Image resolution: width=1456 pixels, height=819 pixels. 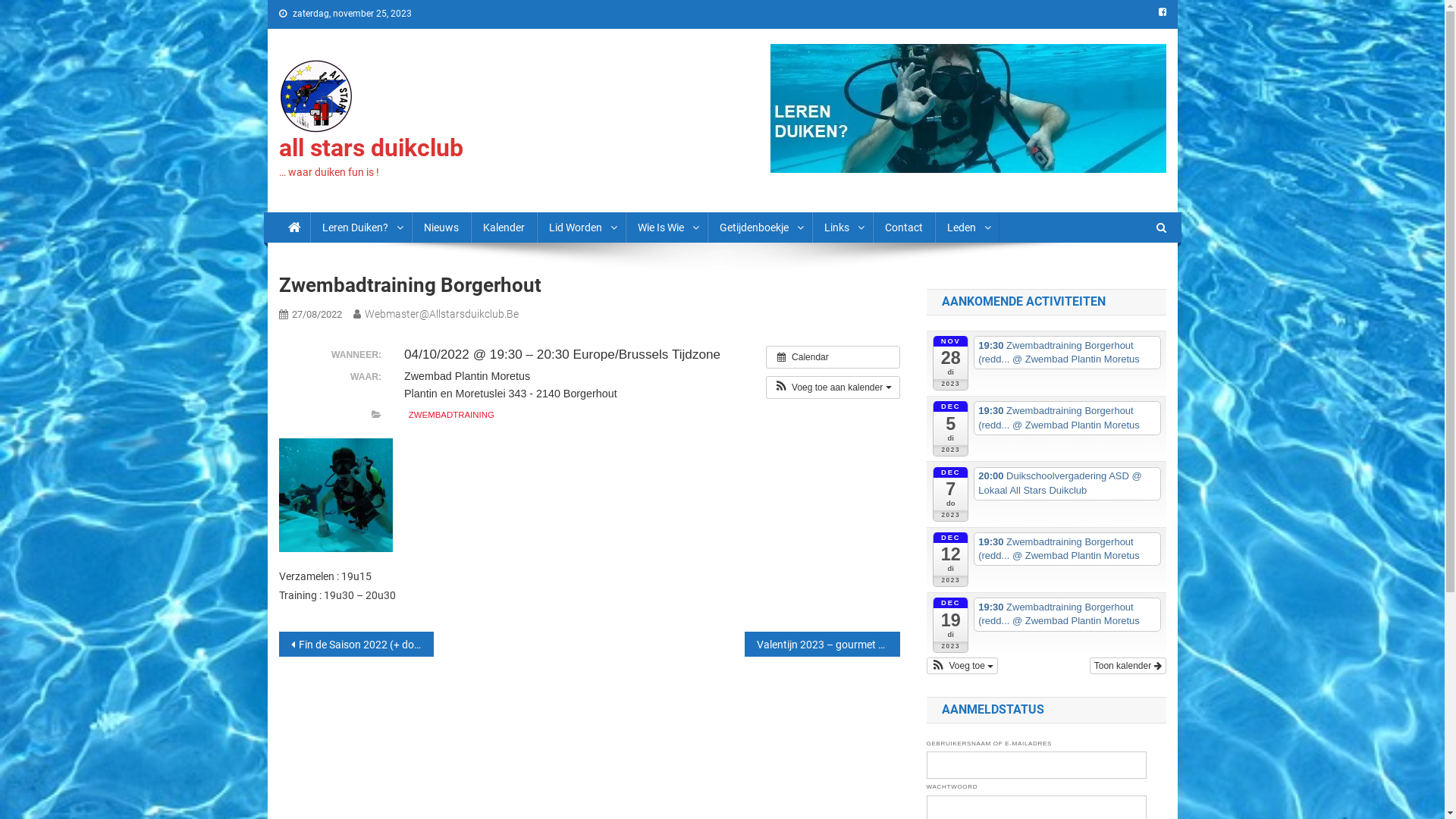 What do you see at coordinates (902, 227) in the screenshot?
I see `'Contact'` at bounding box center [902, 227].